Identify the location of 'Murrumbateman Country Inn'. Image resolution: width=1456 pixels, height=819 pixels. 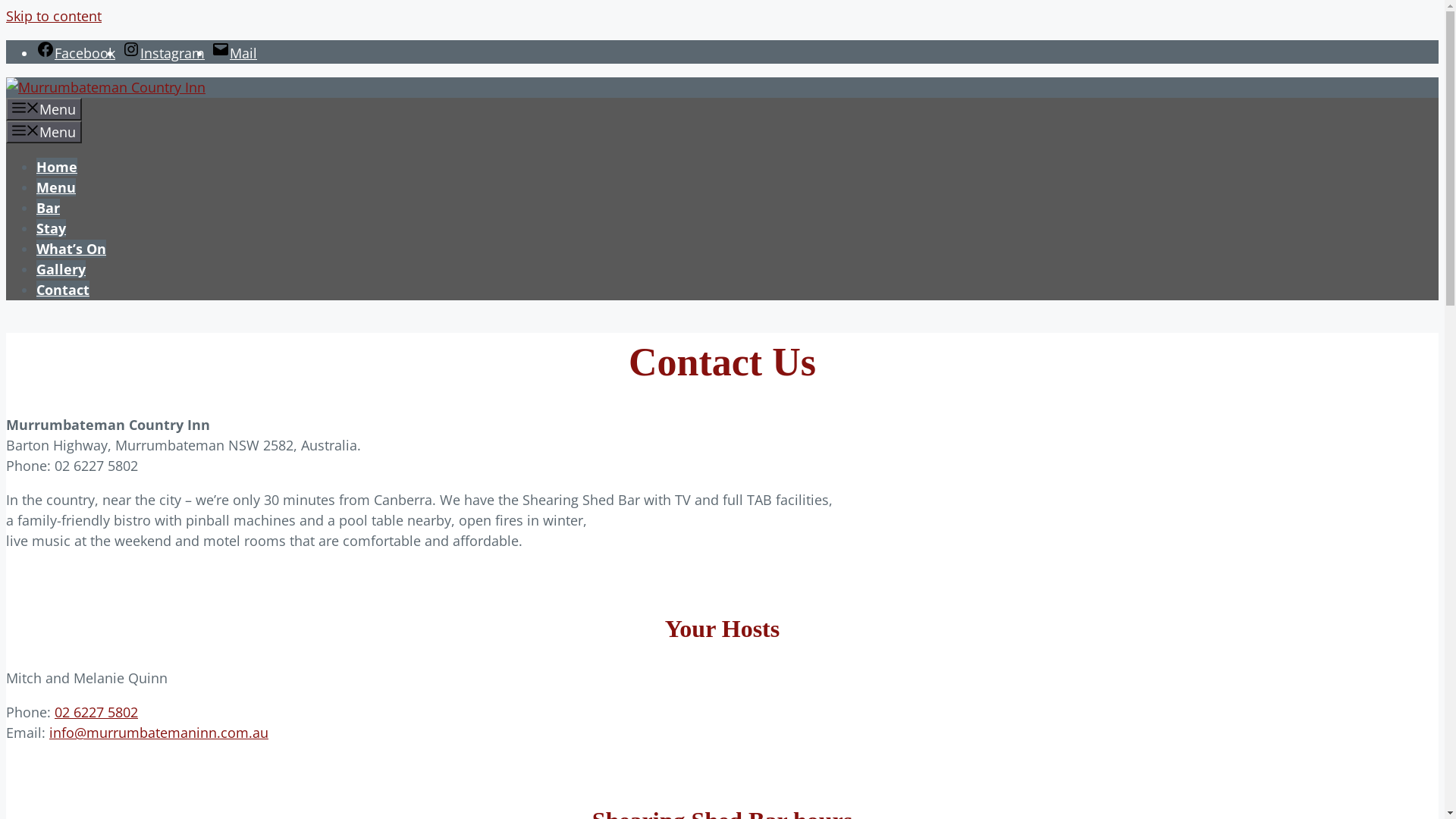
(105, 87).